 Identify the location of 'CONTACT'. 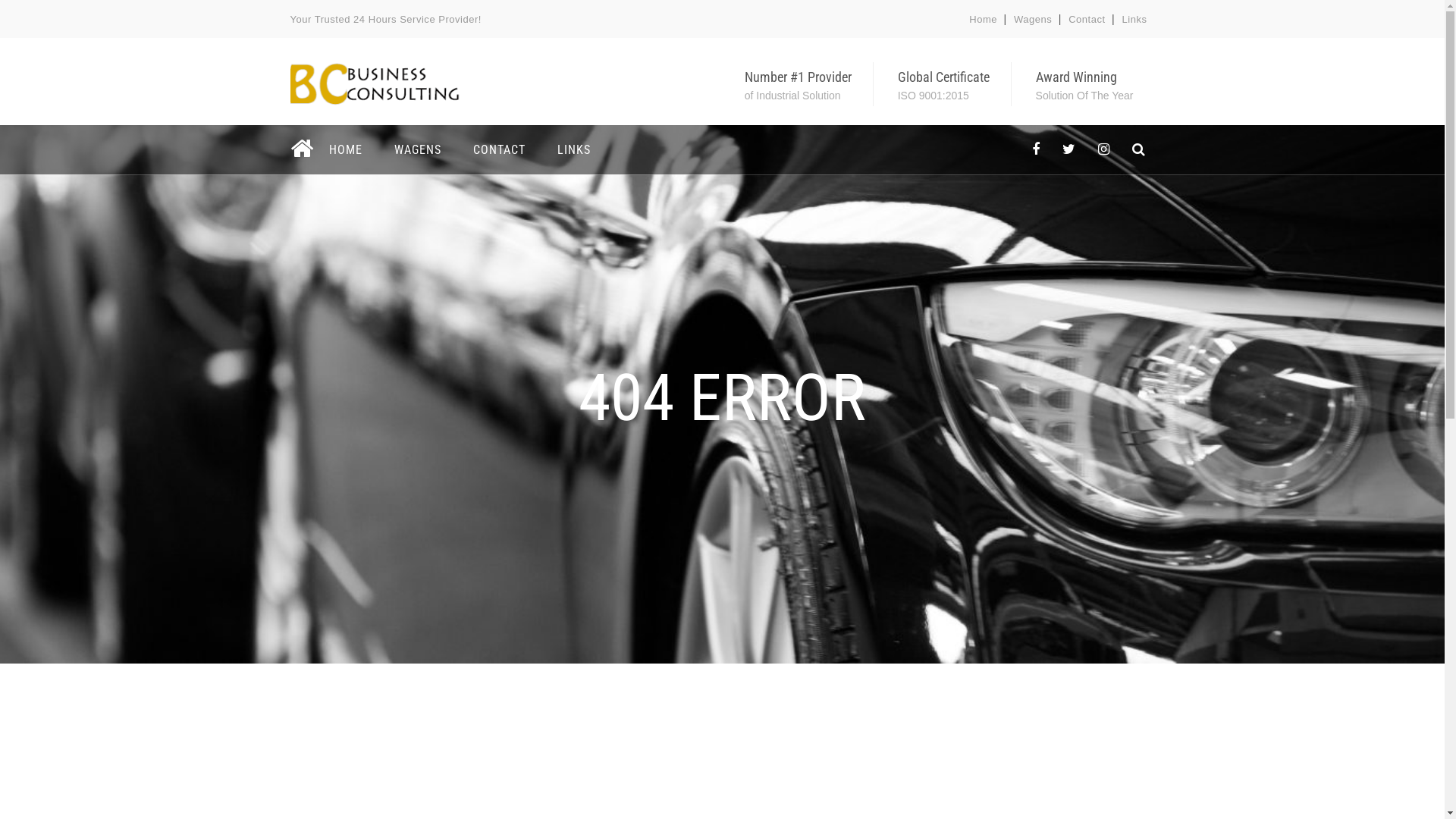
(498, 149).